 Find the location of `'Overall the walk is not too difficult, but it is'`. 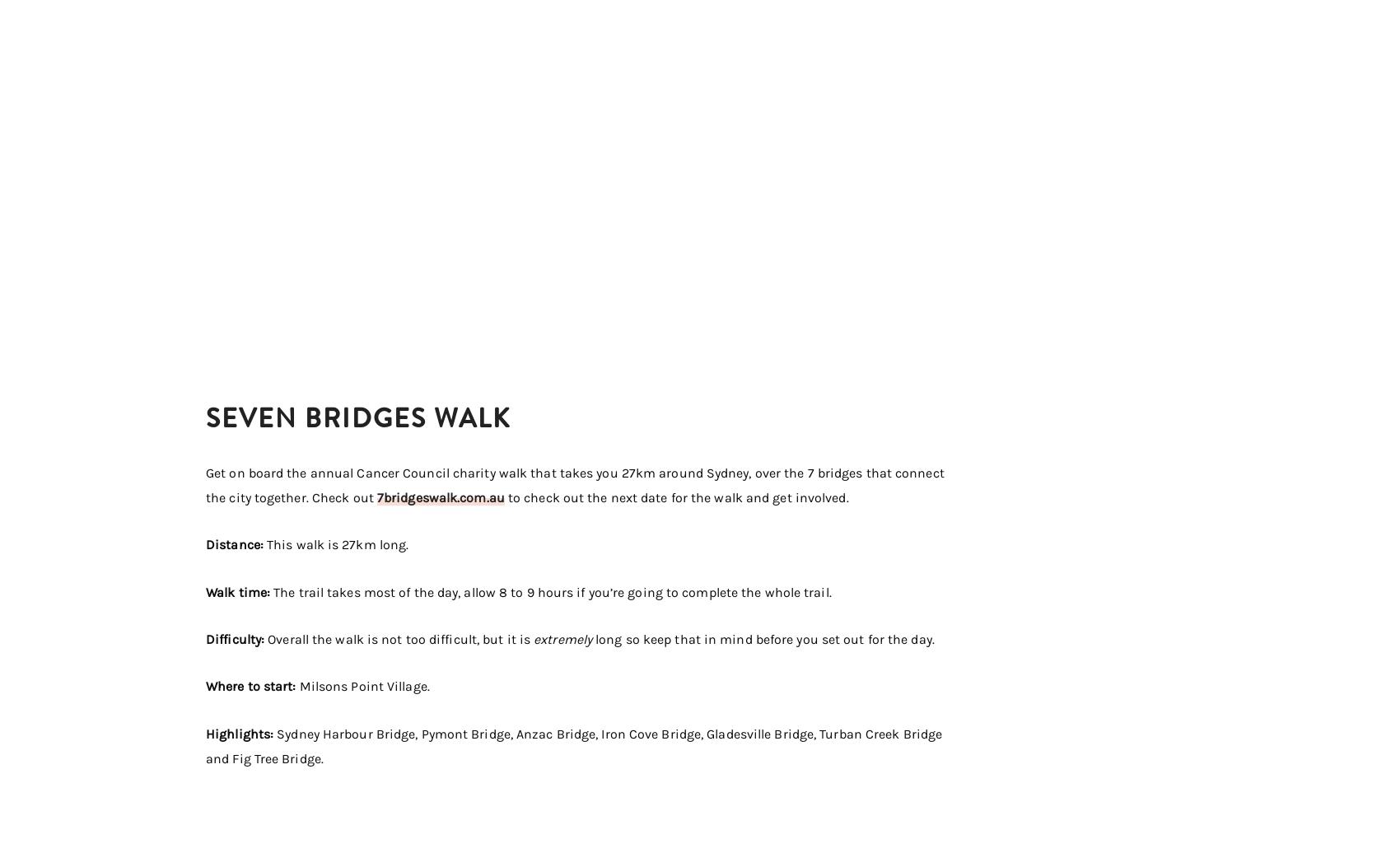

'Overall the walk is not too difficult, but it is' is located at coordinates (399, 639).